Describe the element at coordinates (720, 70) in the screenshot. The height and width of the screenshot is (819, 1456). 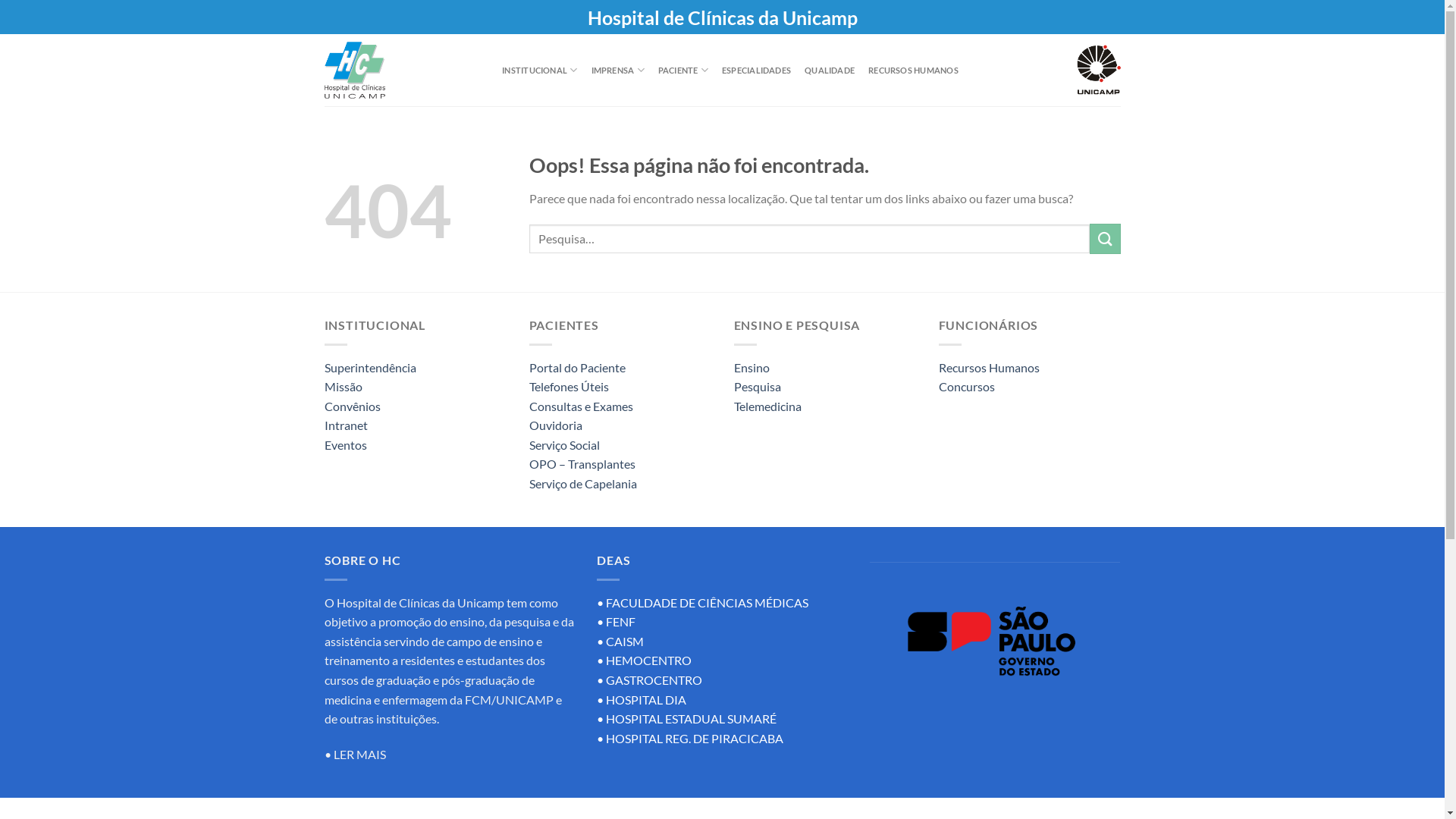
I see `'ESPECIALIDADES'` at that location.